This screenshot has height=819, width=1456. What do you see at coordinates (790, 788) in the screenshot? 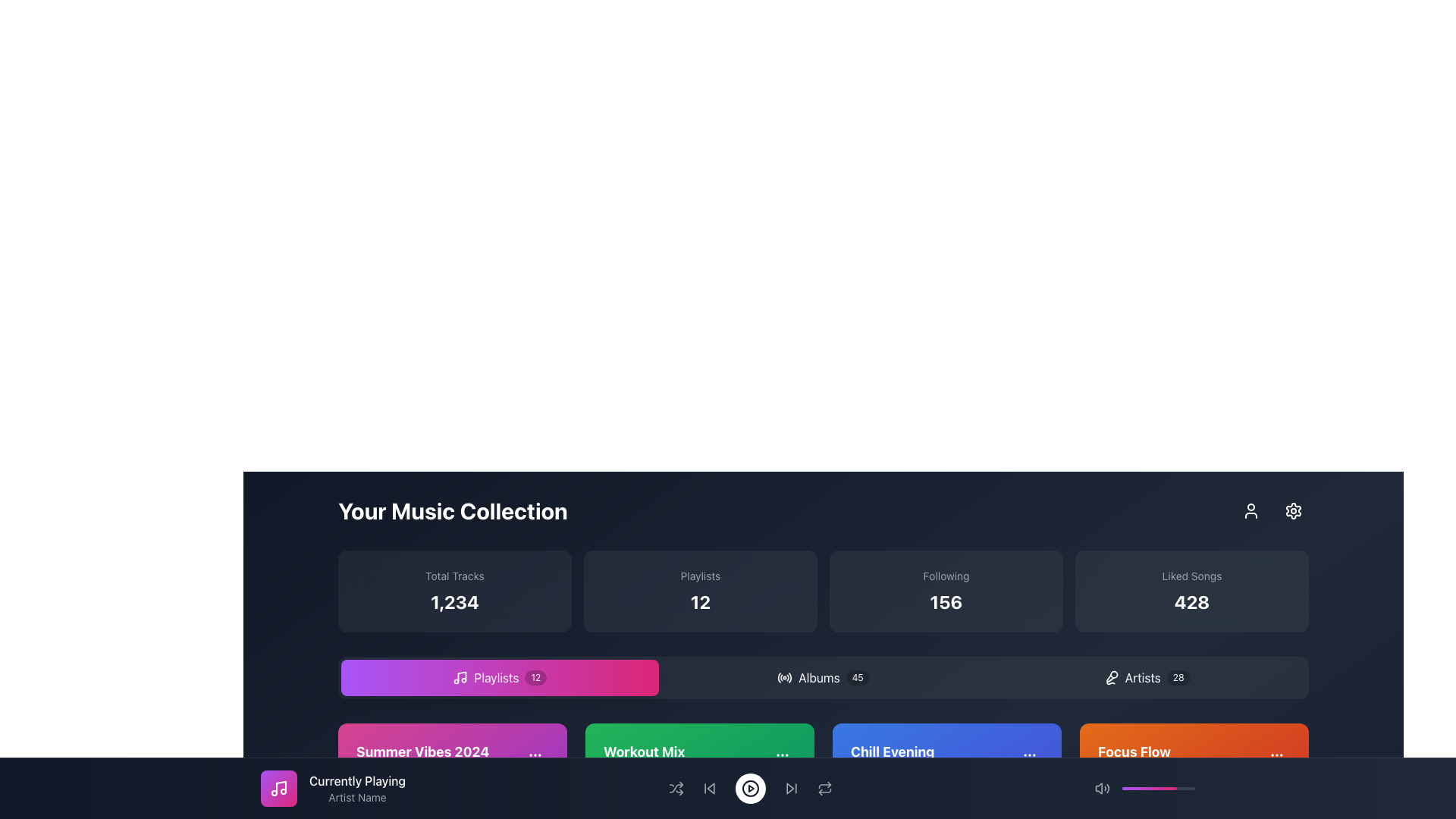
I see `the 'skip forward' button icon located in the media controls section of the bottom navigation bar to skip to the next item` at bounding box center [790, 788].